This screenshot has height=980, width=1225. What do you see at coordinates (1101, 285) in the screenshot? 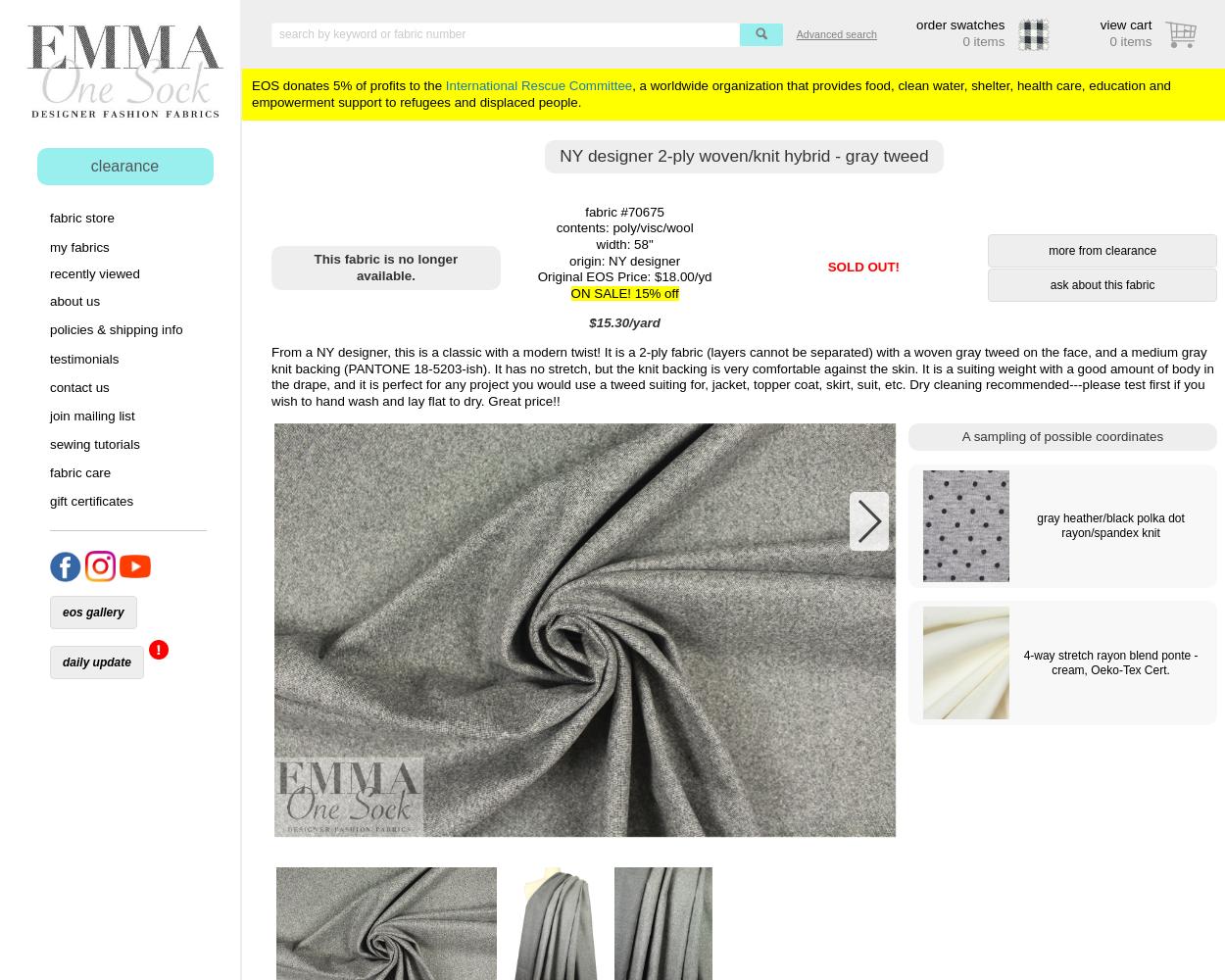
I see `'ask about this fabric'` at bounding box center [1101, 285].